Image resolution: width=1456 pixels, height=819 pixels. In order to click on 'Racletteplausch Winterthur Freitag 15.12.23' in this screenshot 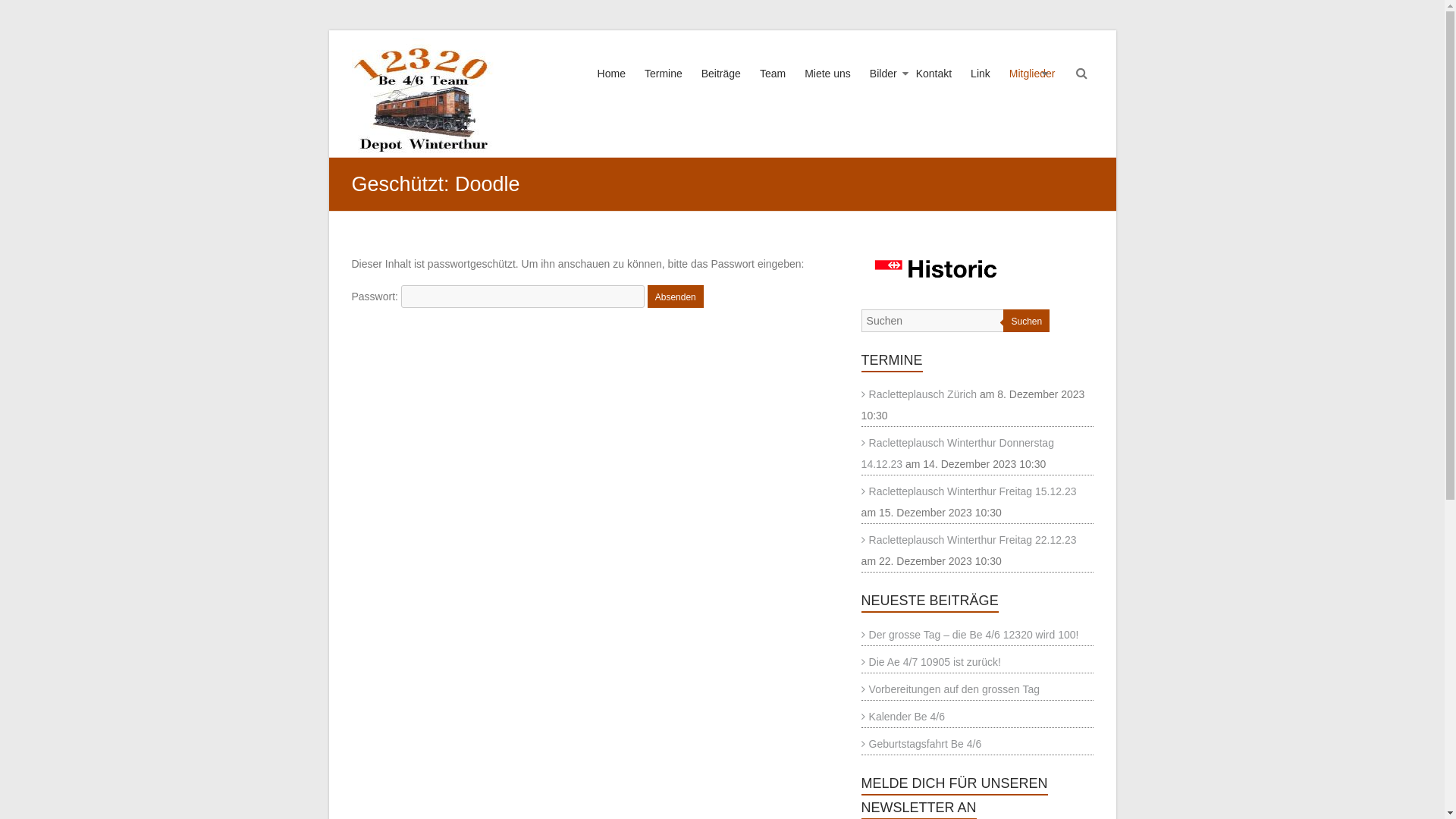, I will do `click(968, 491)`.